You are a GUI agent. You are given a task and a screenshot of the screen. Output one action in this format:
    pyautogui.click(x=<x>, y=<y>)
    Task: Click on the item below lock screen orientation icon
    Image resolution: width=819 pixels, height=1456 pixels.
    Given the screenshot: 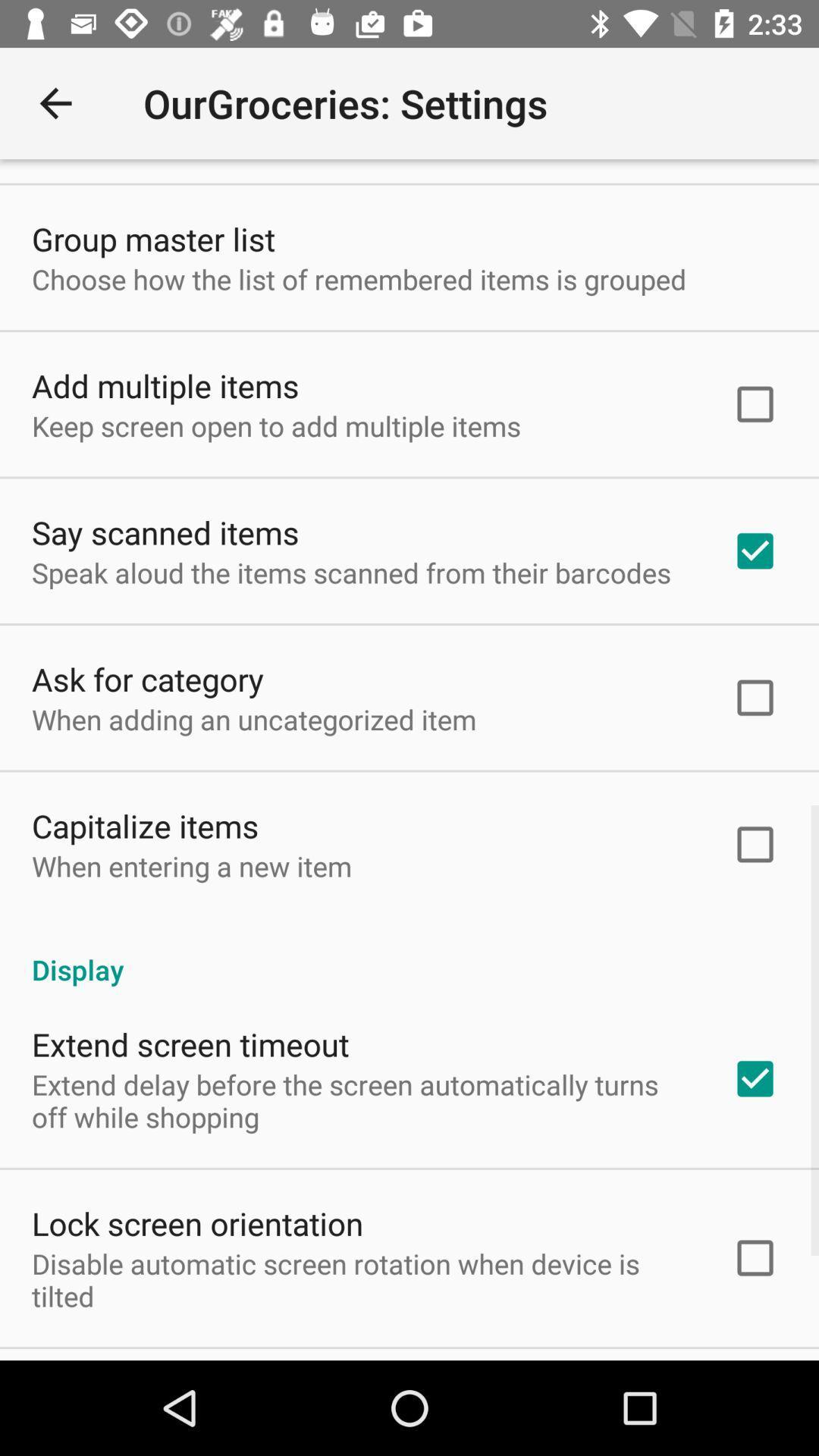 What is the action you would take?
    pyautogui.click(x=362, y=1279)
    